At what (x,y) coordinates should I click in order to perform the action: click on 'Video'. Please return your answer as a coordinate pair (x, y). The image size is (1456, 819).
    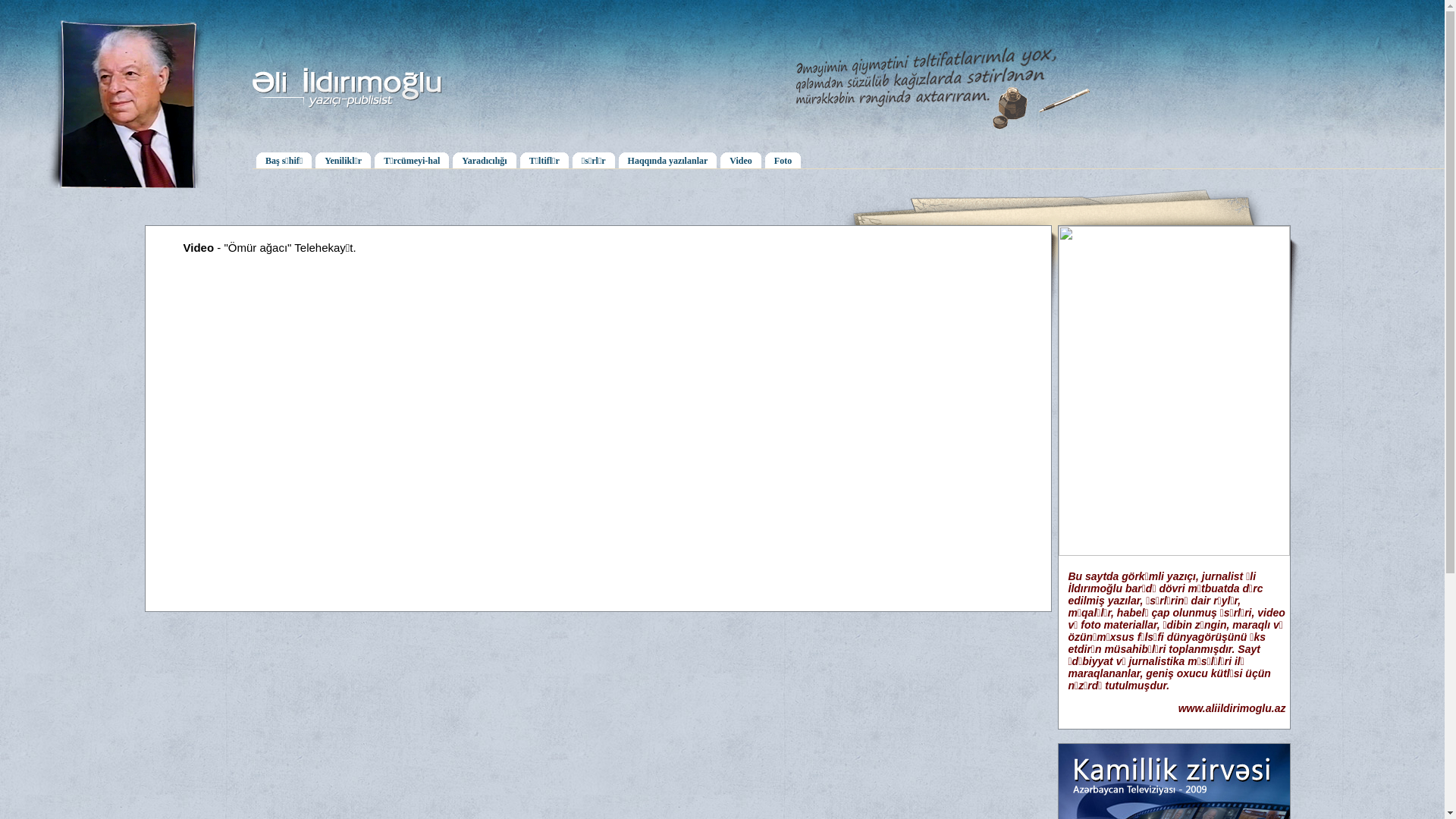
    Looking at the image, I should click on (741, 159).